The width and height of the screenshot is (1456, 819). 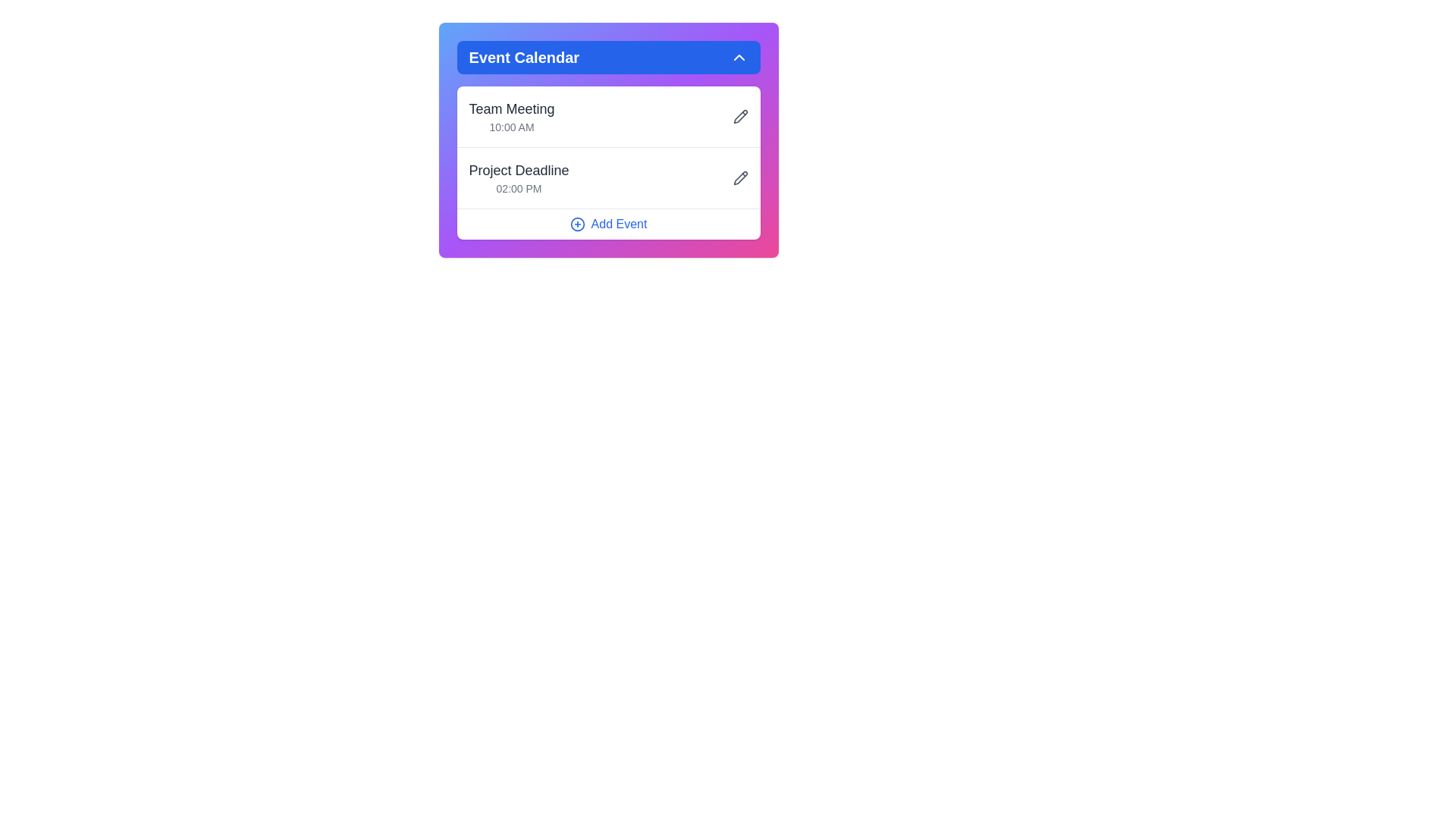 What do you see at coordinates (608, 224) in the screenshot?
I see `the 'Add Event' button to add a new event` at bounding box center [608, 224].